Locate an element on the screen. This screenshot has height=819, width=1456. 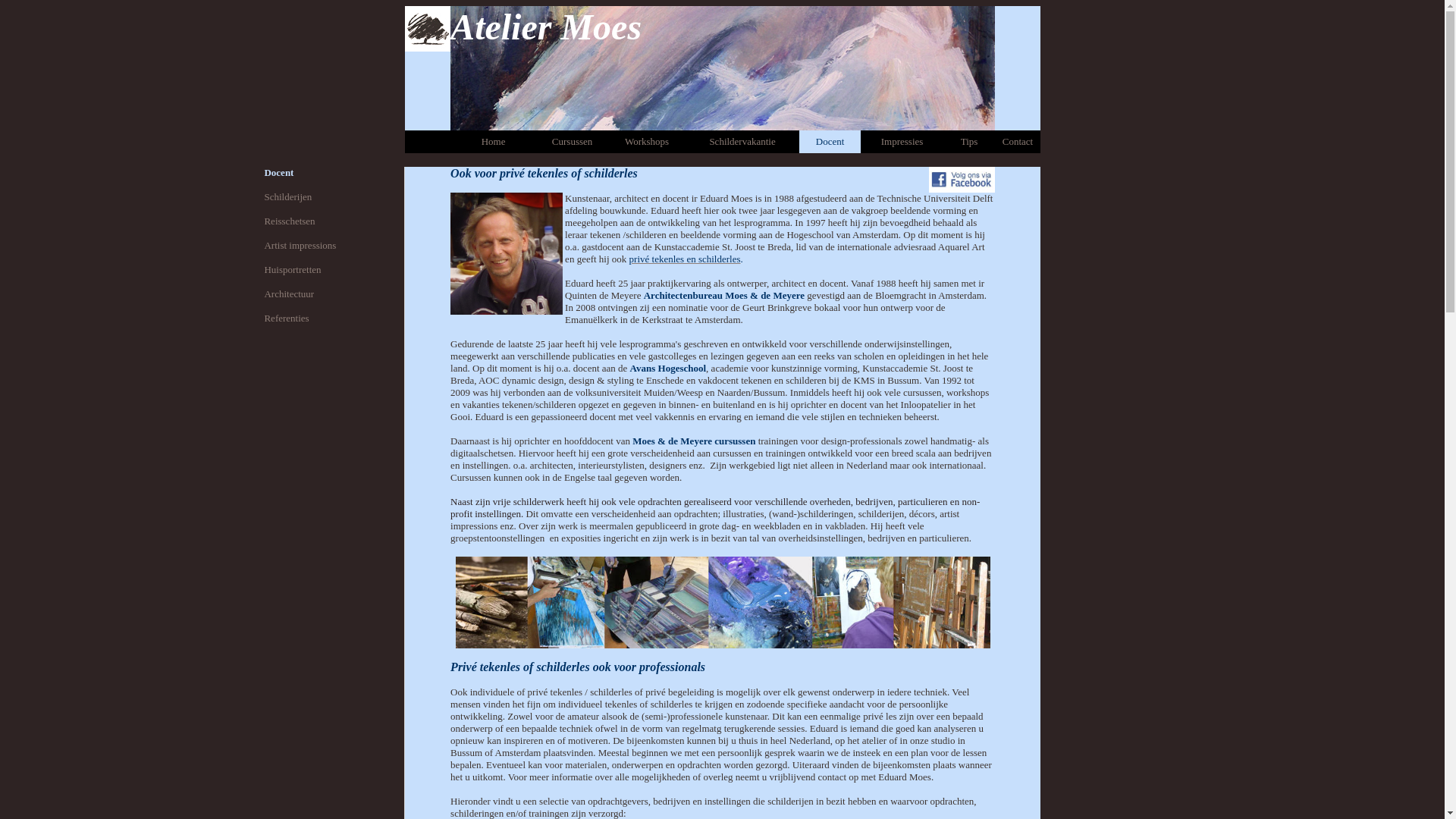
'Architectuur' is located at coordinates (288, 293).